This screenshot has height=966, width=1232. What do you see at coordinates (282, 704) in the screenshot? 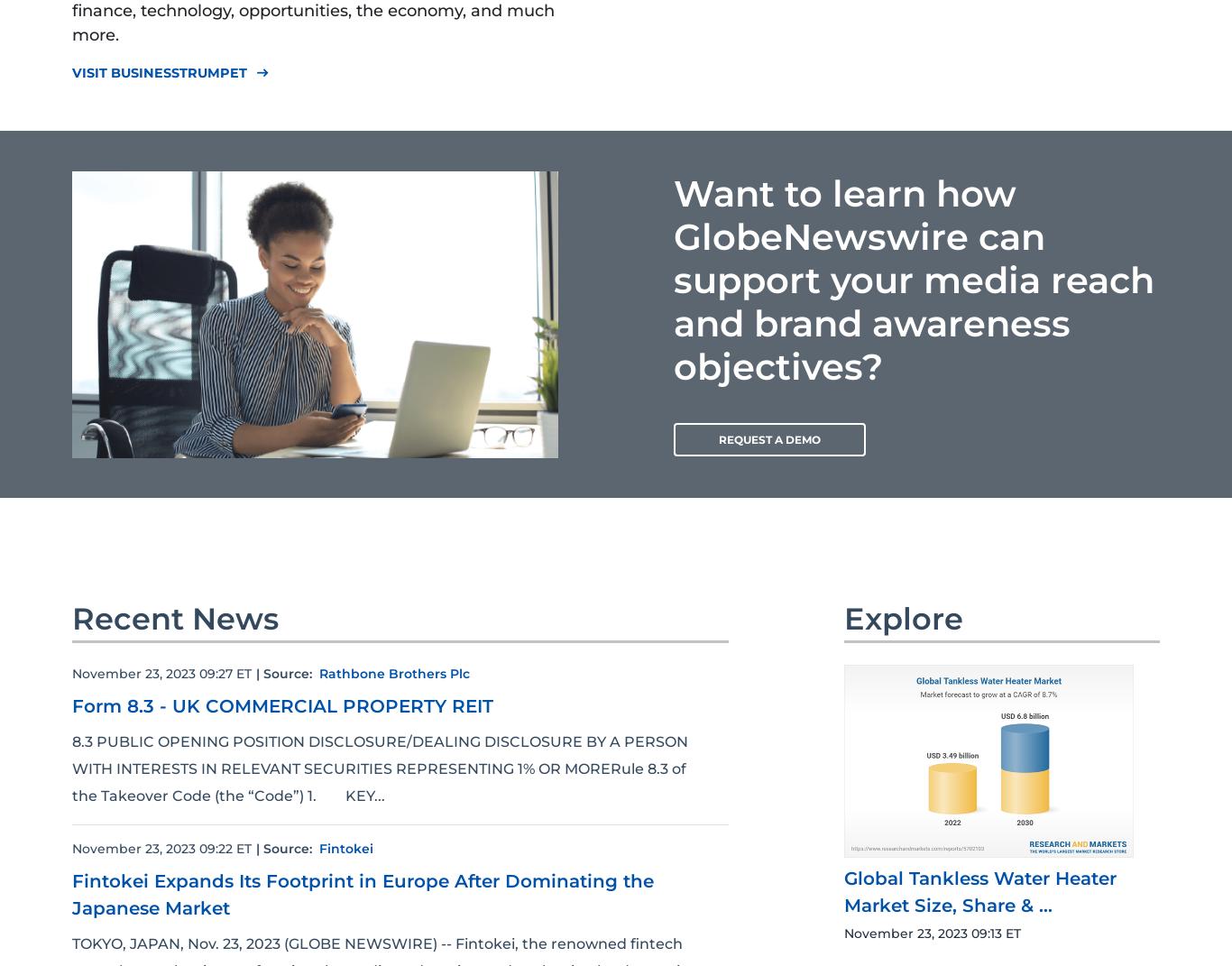
I see `'Form 8.3 - UK COMMERCIAL PROPERTY REIT'` at bounding box center [282, 704].